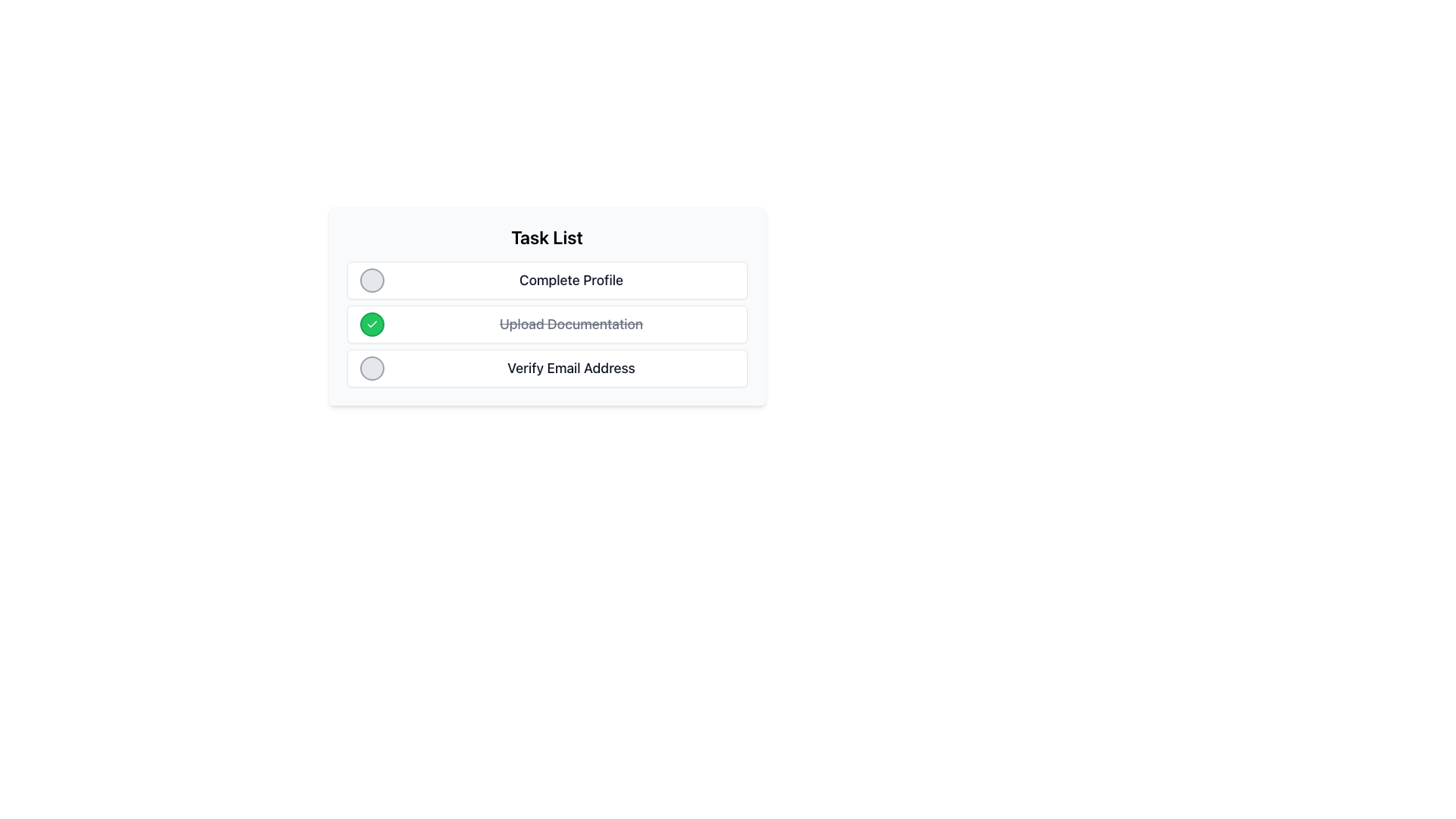 The height and width of the screenshot is (819, 1456). I want to click on the state of the completion icon for the task labeled 'Upload Documentation', which is the second item in the task list interface, so click(372, 324).